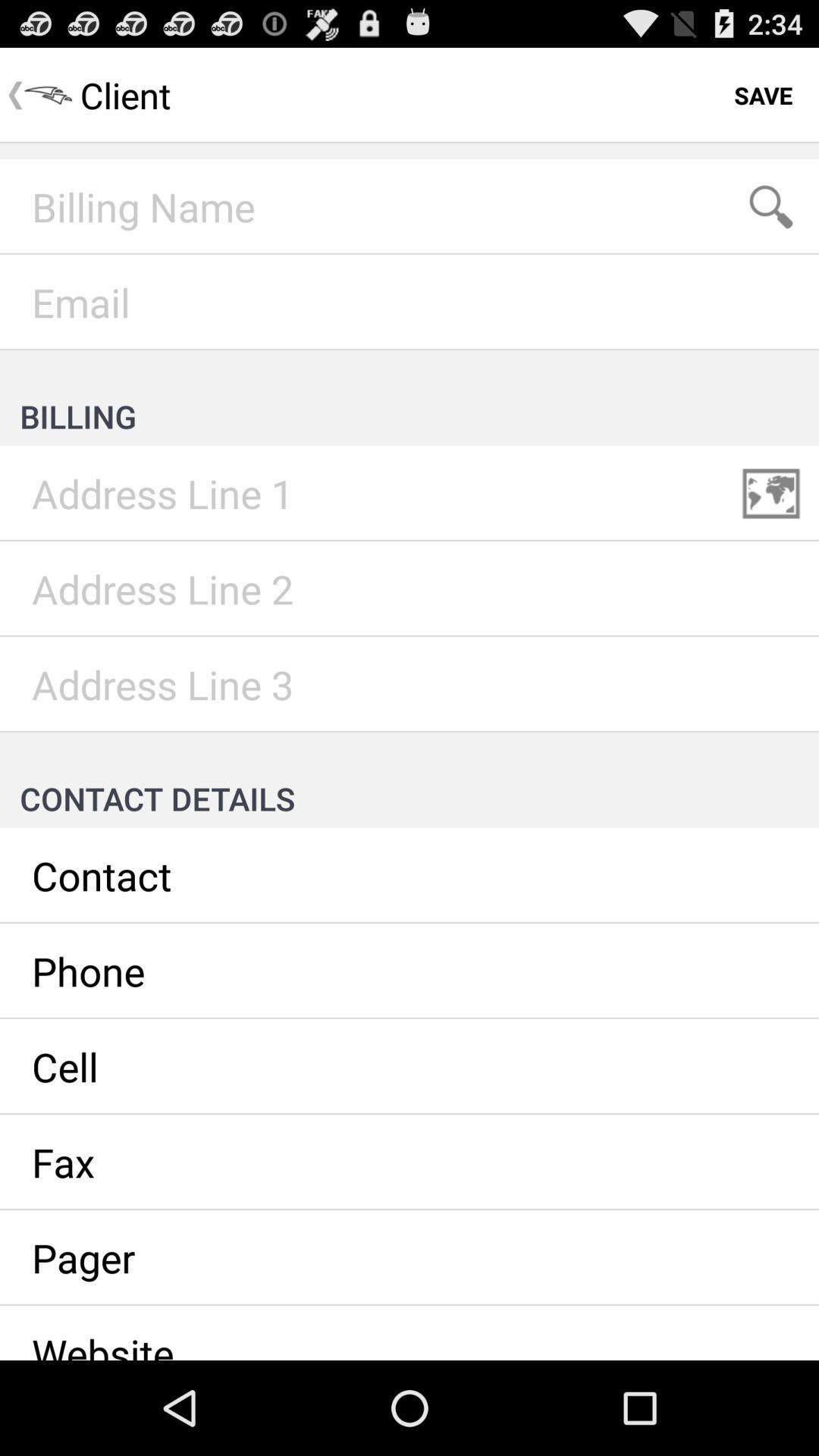 This screenshot has width=819, height=1456. I want to click on fill address line 3, so click(409, 683).